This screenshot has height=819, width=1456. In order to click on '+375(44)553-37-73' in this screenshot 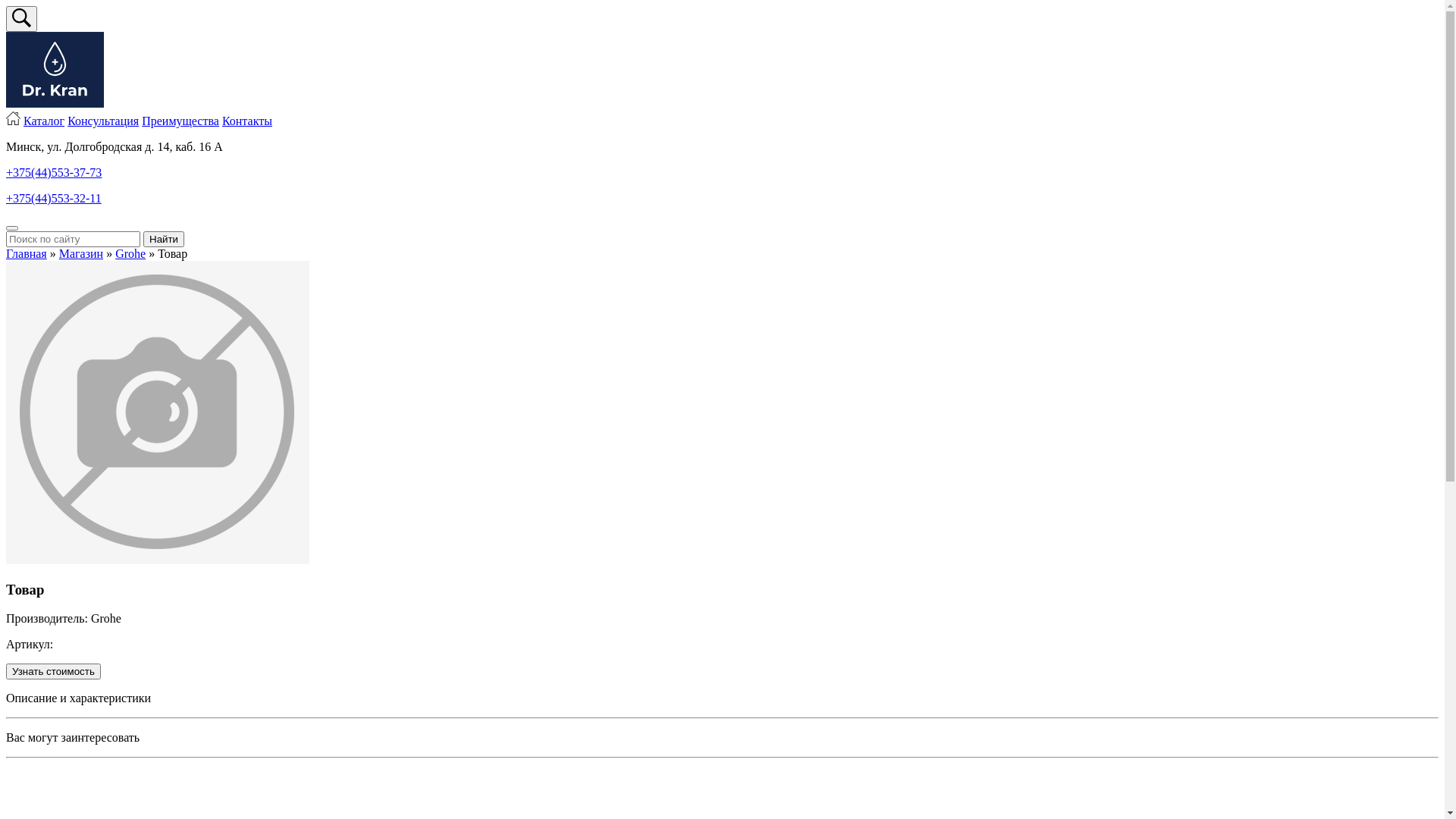, I will do `click(54, 171)`.